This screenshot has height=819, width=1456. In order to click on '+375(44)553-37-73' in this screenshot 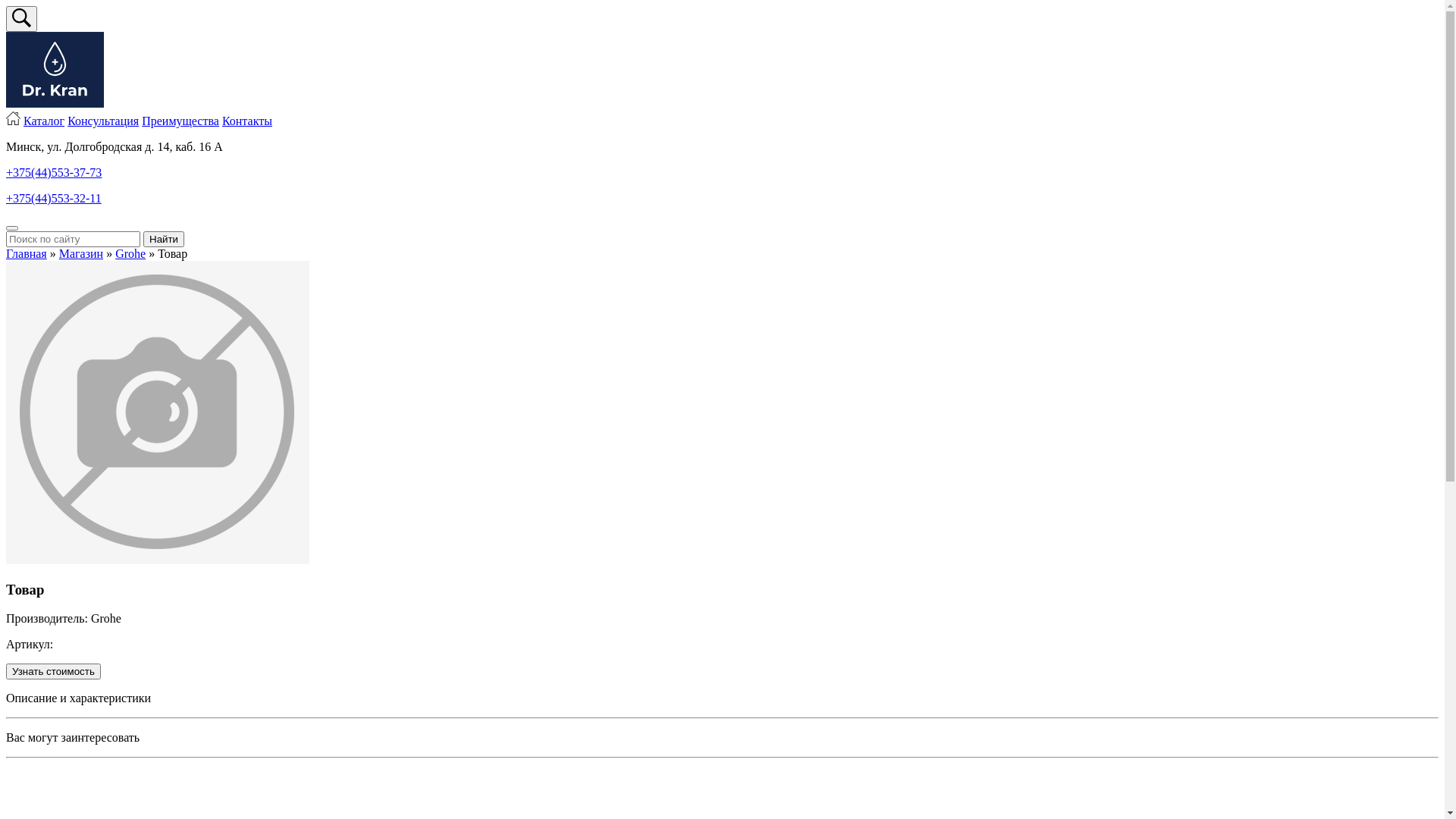, I will do `click(54, 171)`.